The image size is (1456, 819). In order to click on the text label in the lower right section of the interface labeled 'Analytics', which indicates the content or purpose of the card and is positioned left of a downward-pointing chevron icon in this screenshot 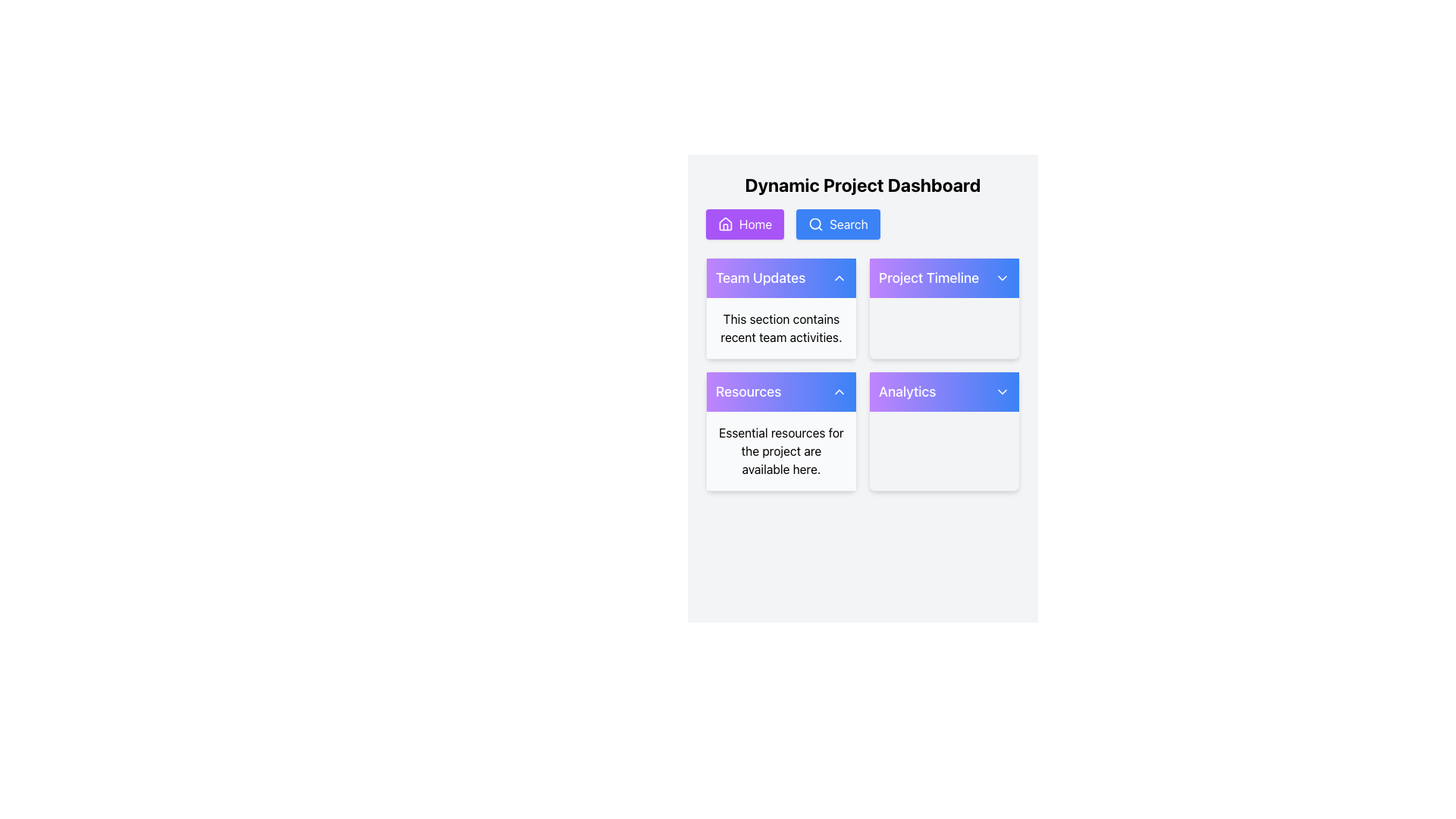, I will do `click(907, 391)`.